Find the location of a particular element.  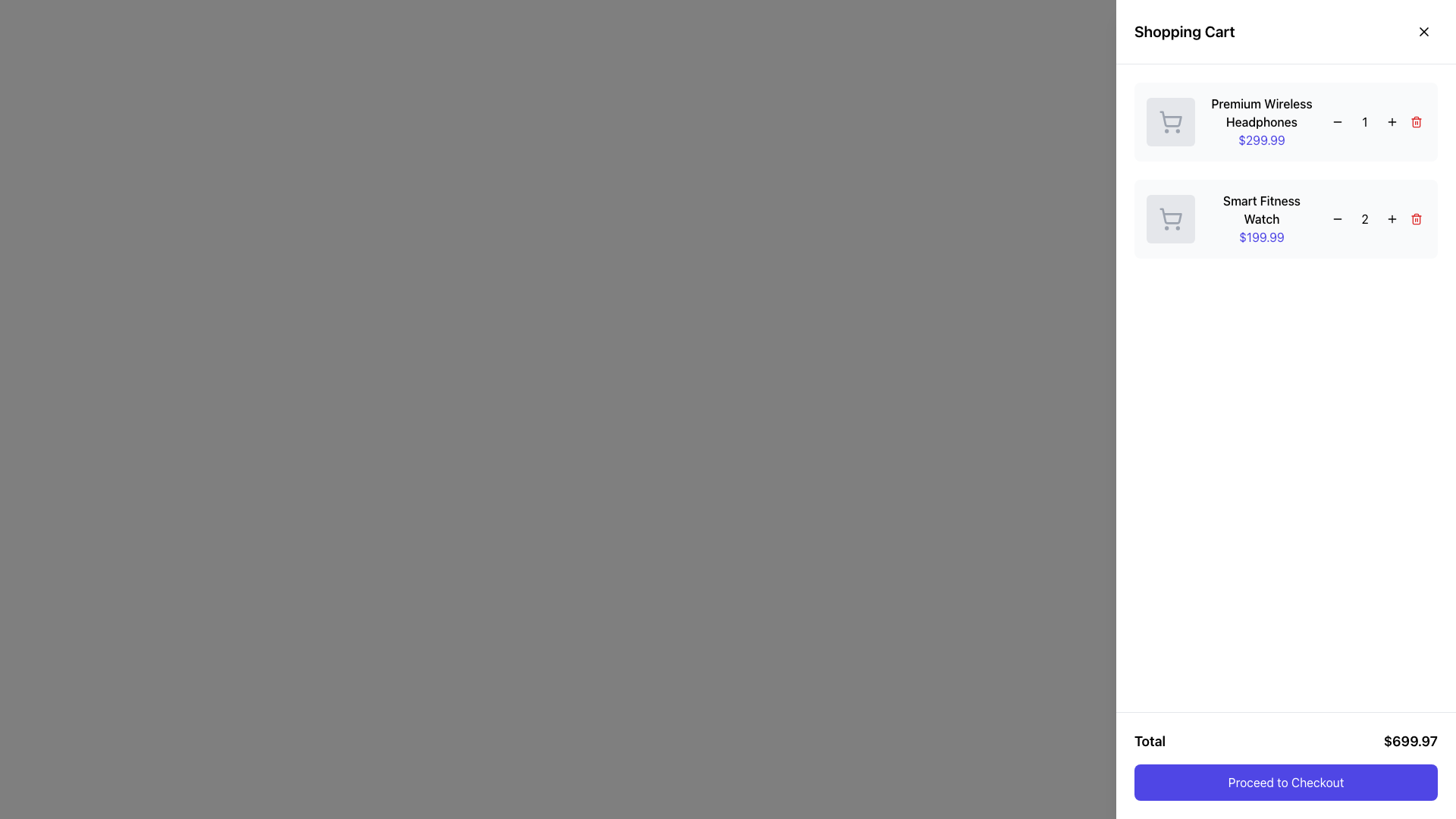

the square icon with a shopping cart symbol, which is located to the left of the 'Premium Wireless Headphones' list item is located at coordinates (1170, 121).